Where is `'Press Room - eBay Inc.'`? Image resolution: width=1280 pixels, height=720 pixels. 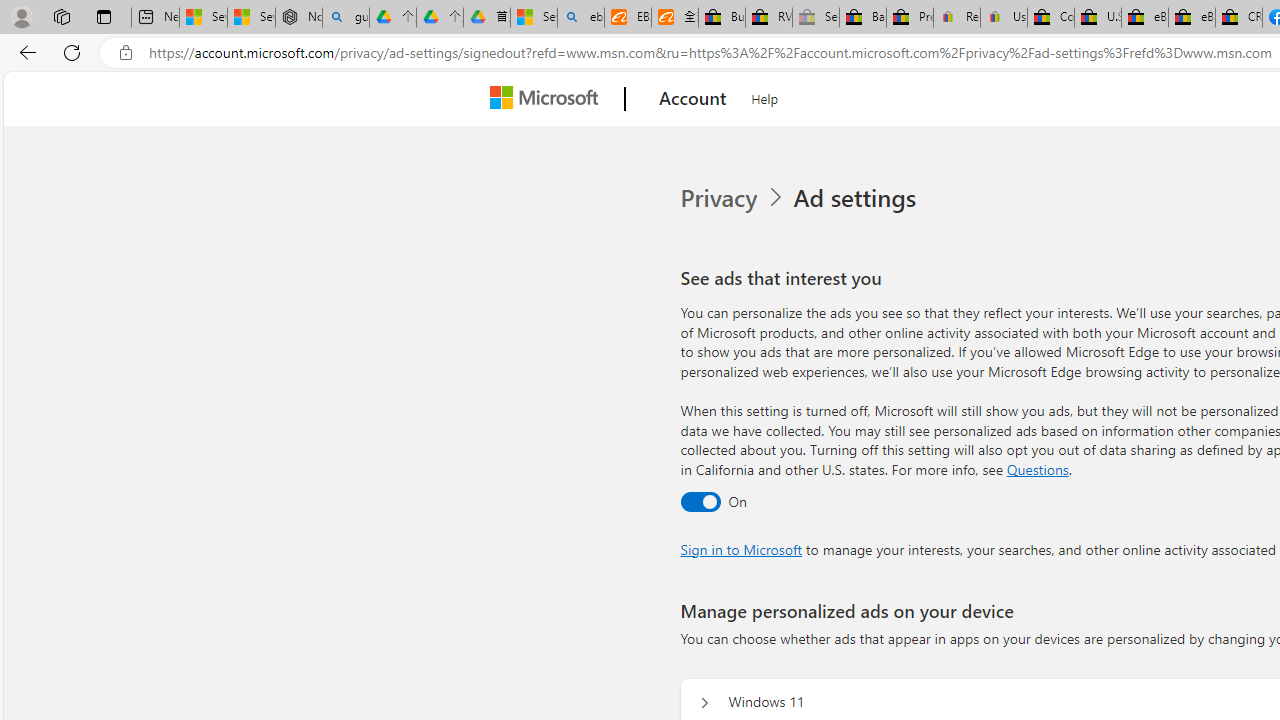
'Press Room - eBay Inc.' is located at coordinates (909, 17).